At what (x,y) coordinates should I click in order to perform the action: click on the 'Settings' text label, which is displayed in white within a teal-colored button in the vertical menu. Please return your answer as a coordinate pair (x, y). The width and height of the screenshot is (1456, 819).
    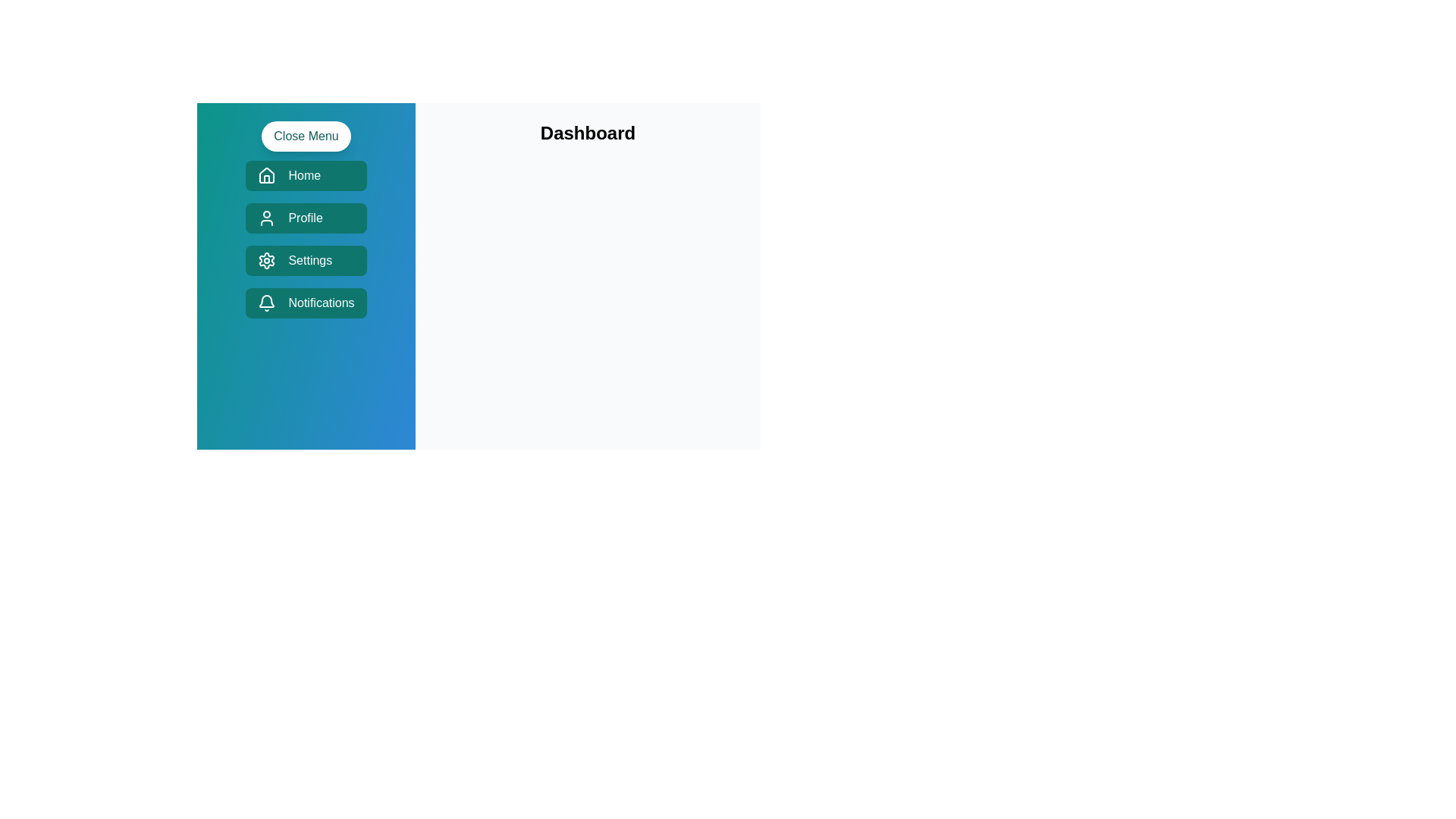
    Looking at the image, I should click on (309, 259).